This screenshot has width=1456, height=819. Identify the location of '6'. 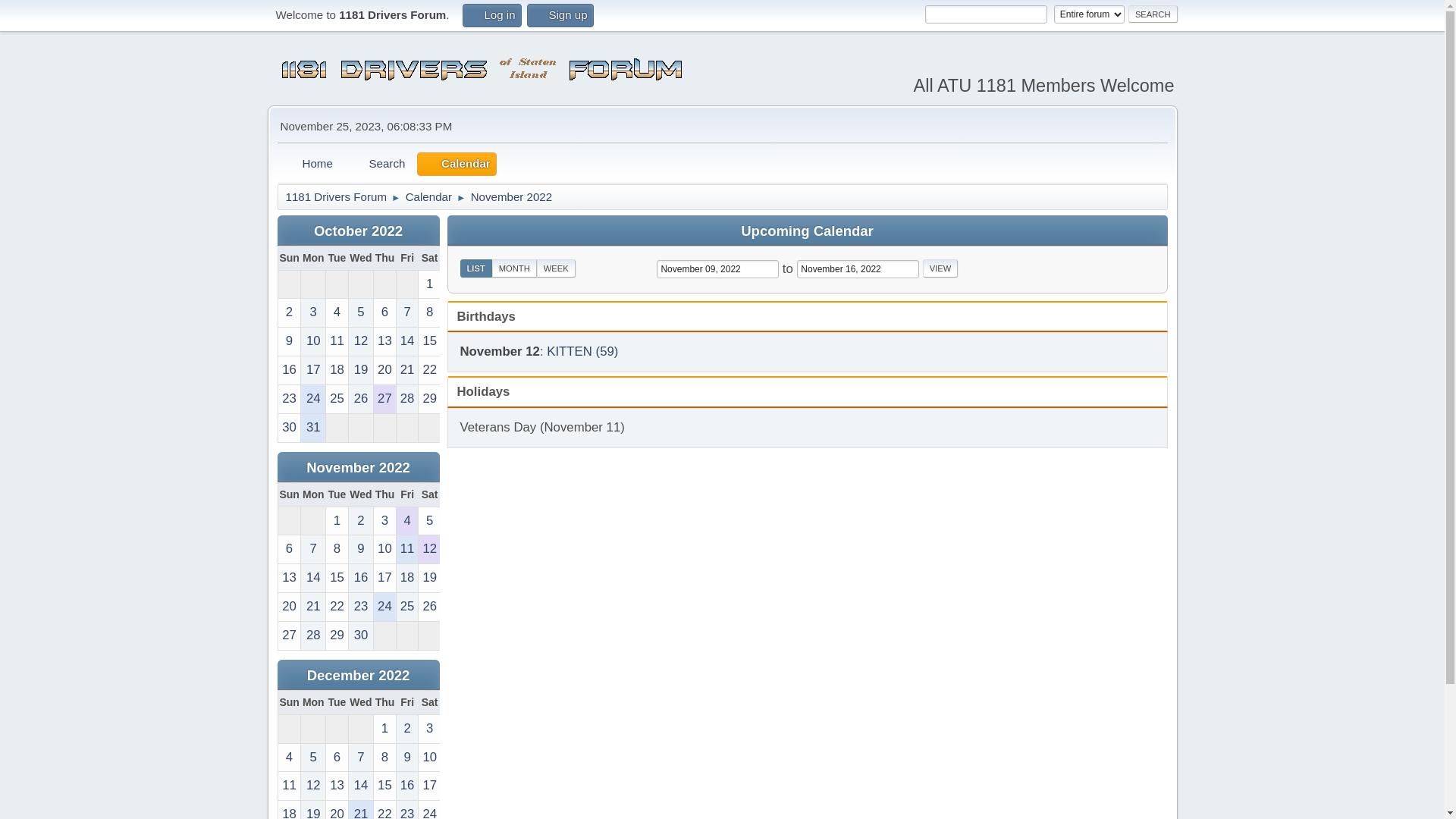
(336, 758).